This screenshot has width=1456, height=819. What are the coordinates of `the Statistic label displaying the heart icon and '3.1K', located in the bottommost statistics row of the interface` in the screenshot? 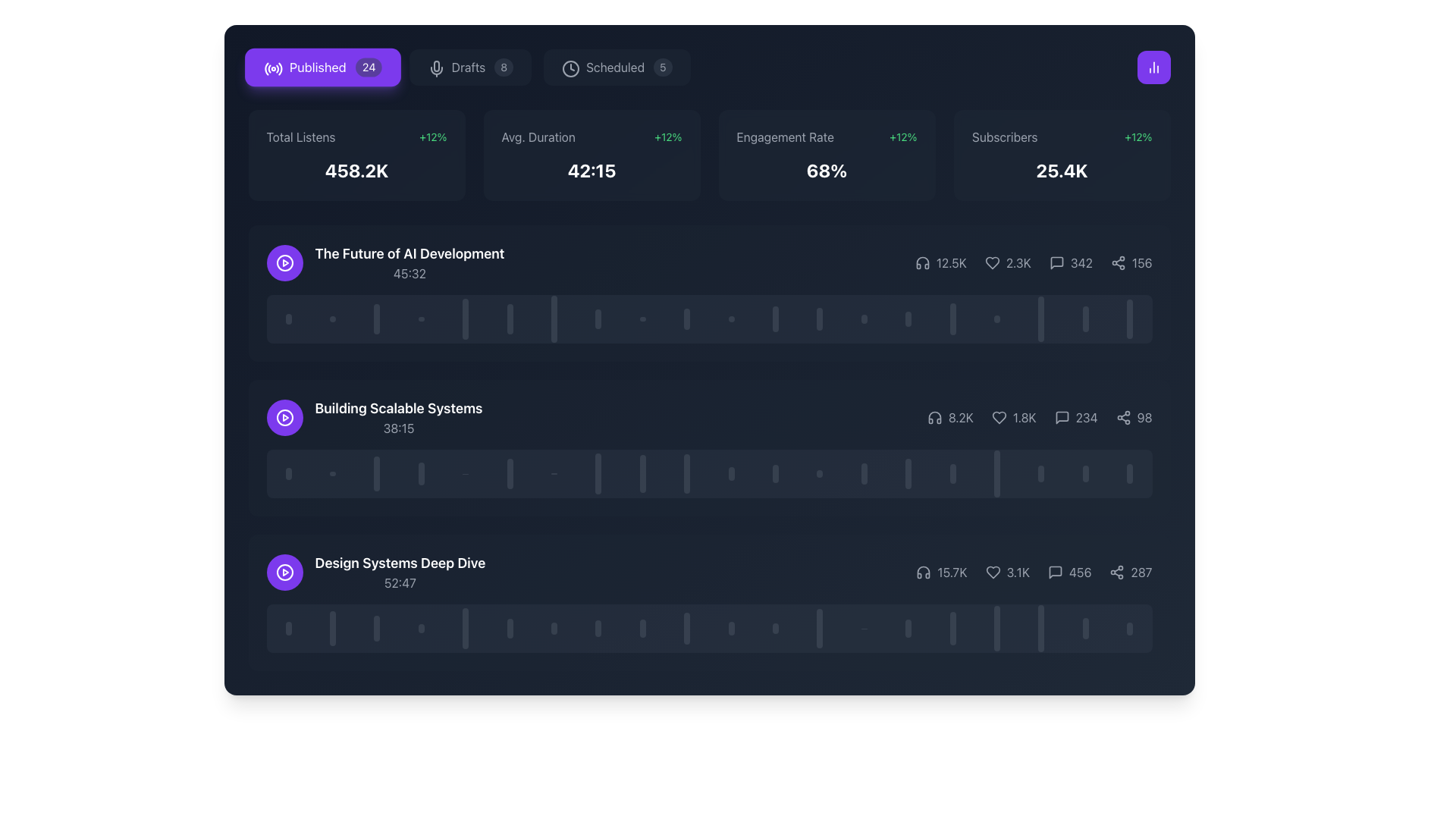 It's located at (1007, 573).